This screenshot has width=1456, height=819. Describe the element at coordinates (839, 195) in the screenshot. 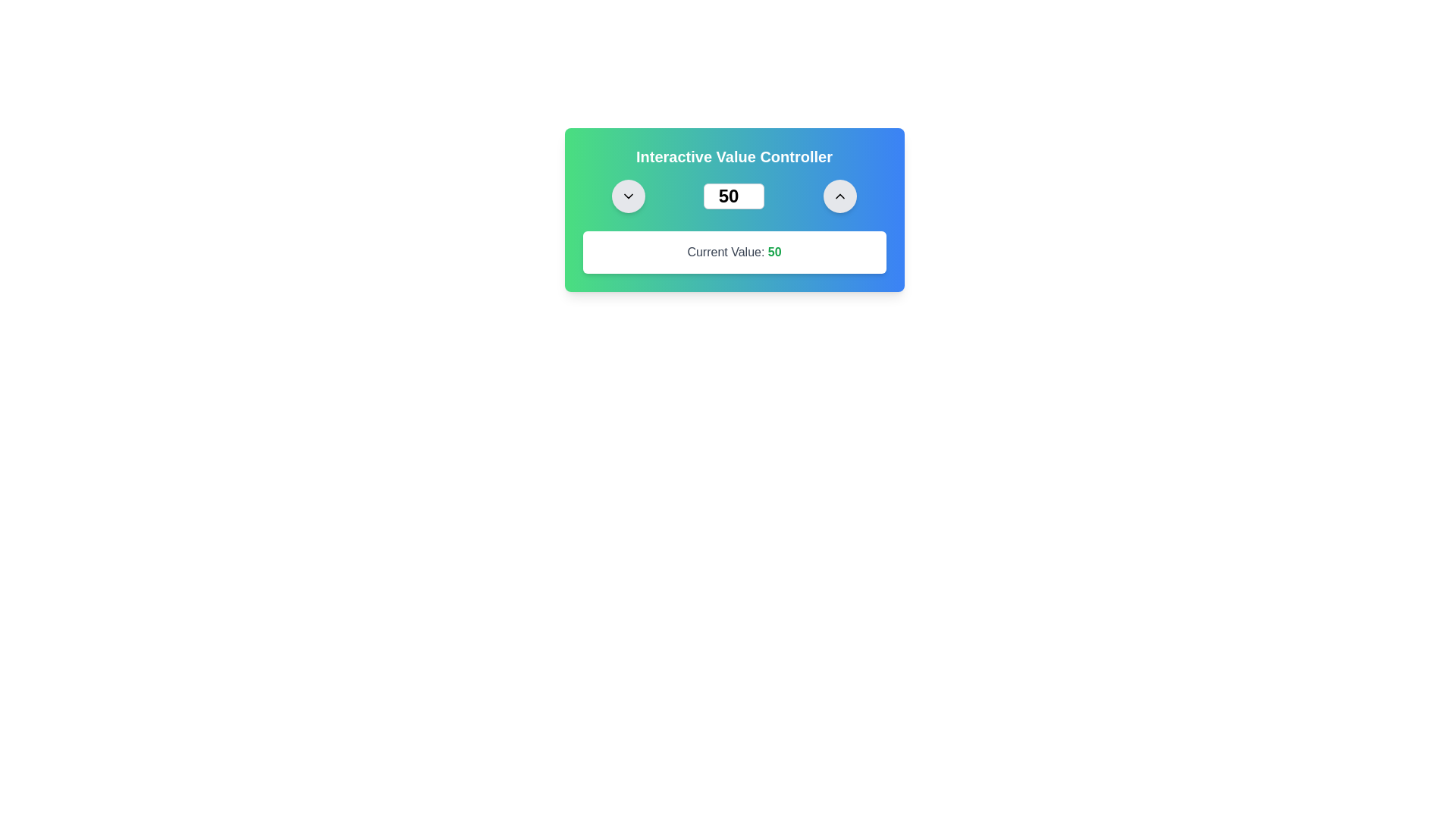

I see `the increment control graphical icon located inside a circular button on the right side of the interface to interact with it` at that location.